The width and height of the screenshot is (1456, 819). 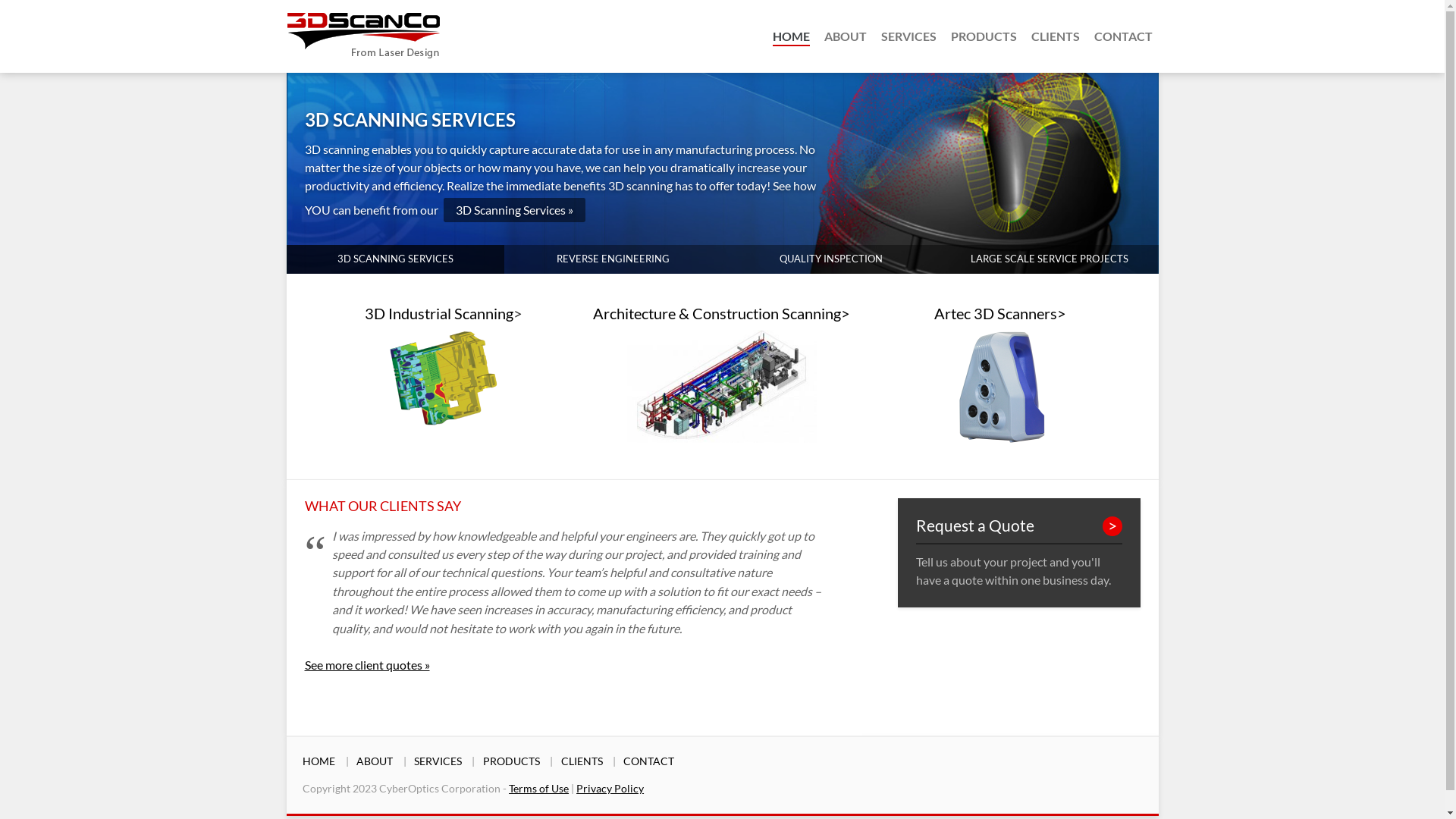 I want to click on 'CONTACT', so click(x=648, y=761).